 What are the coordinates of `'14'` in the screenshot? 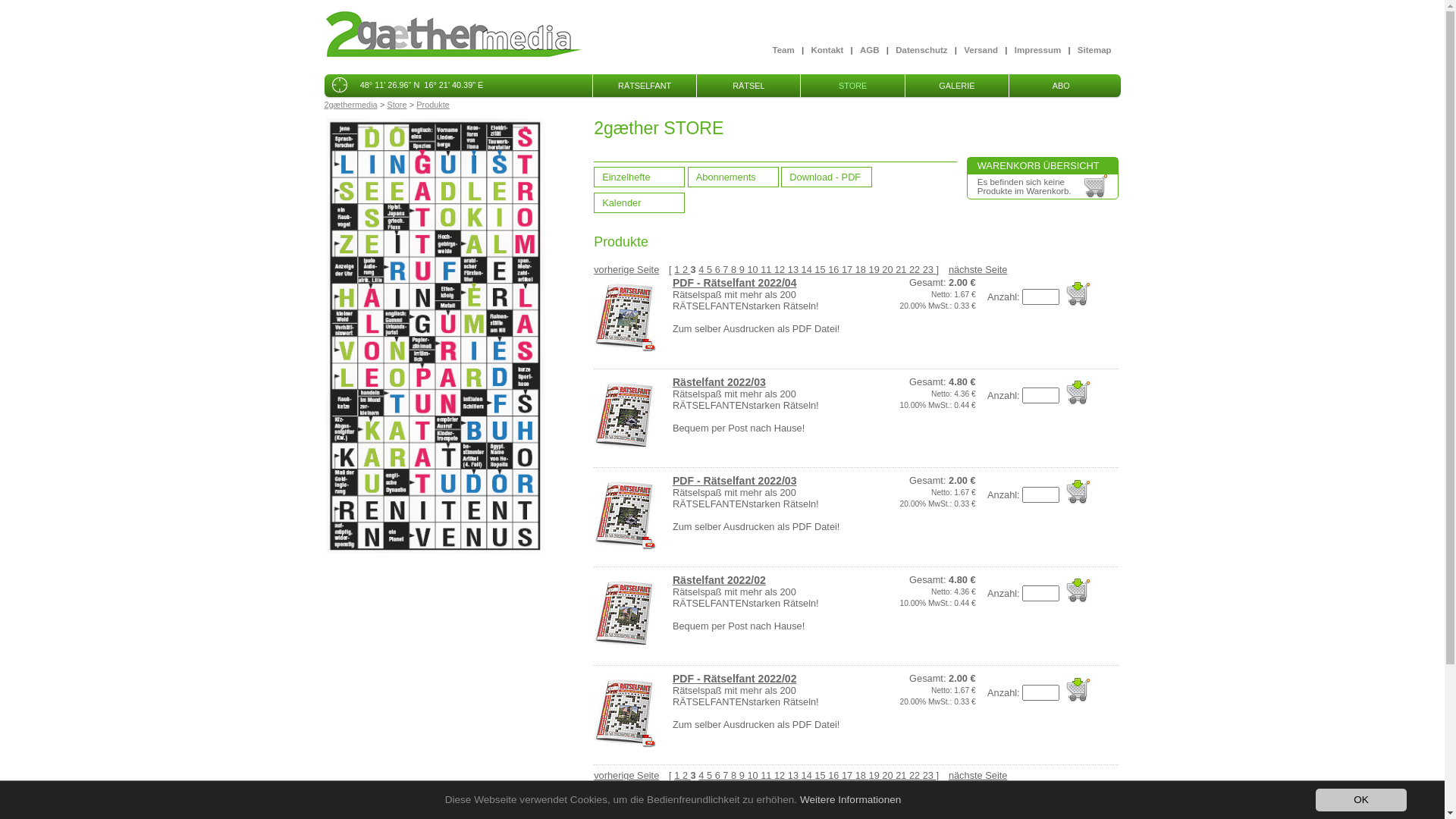 It's located at (800, 268).